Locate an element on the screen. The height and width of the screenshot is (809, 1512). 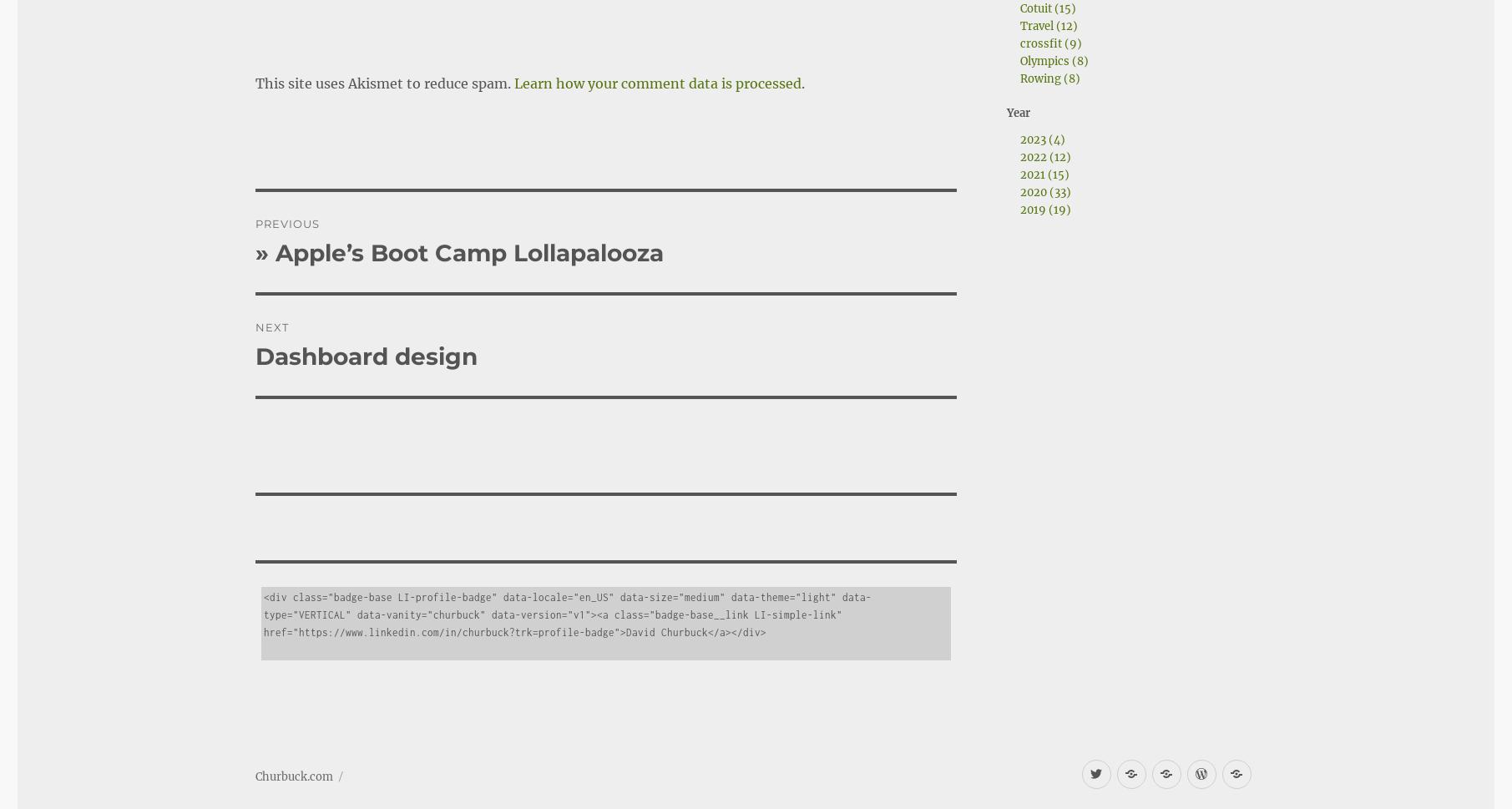
'» Apple’s Boot Camp Lollapalooza' is located at coordinates (458, 205).